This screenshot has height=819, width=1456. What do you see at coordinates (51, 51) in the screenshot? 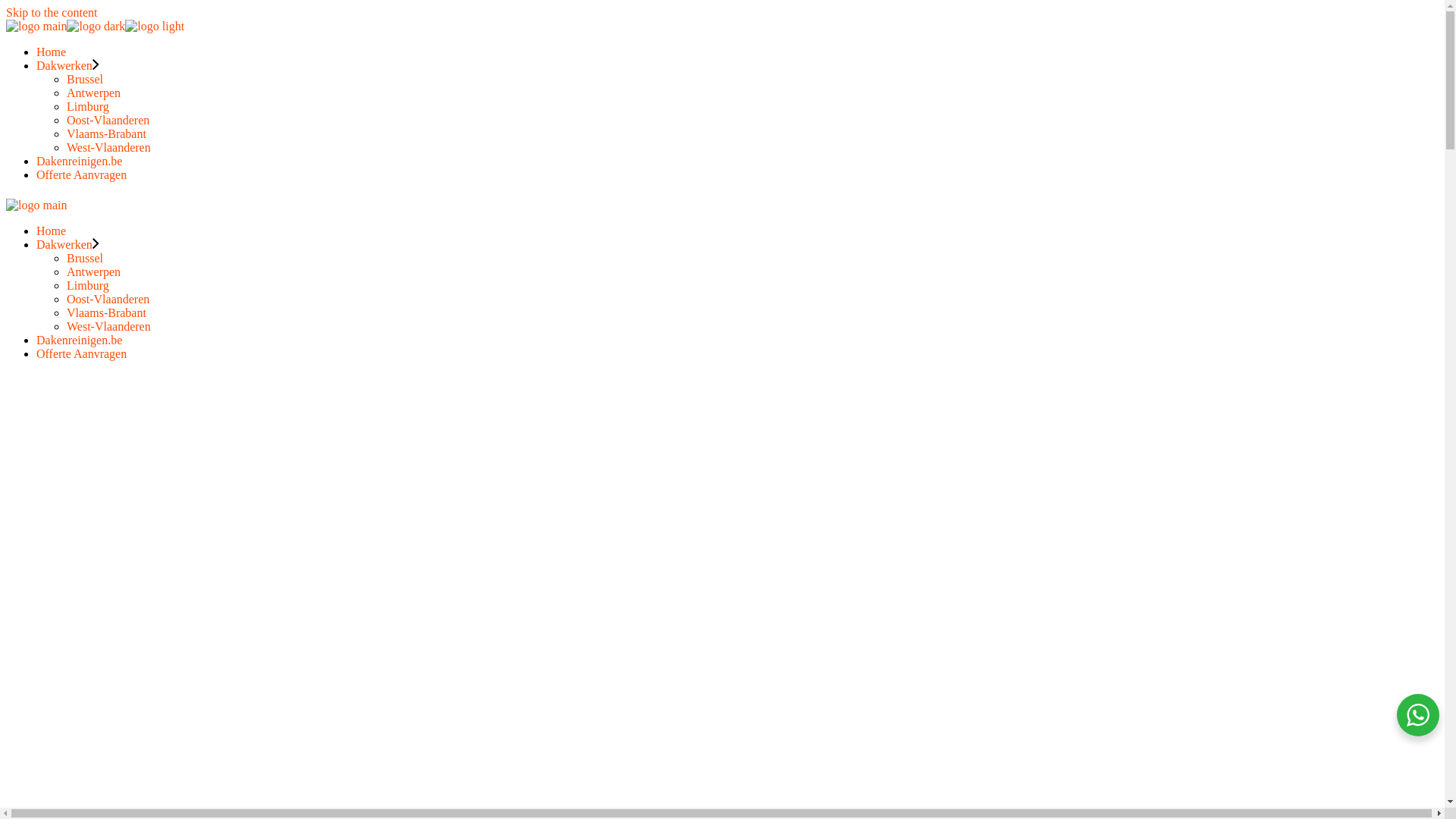
I see `'Home'` at bounding box center [51, 51].